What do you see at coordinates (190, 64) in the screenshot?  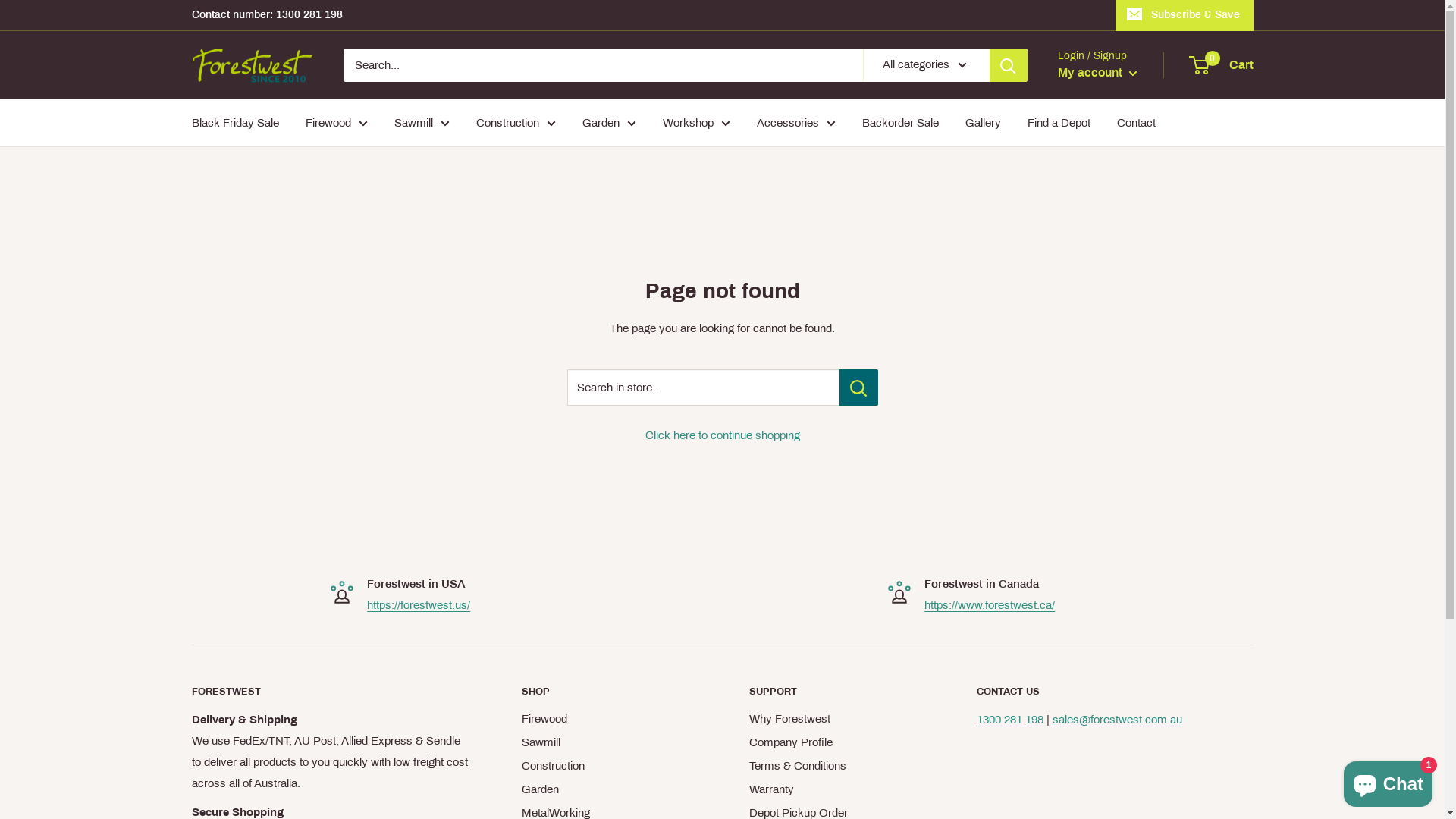 I see `'Forestwest AU'` at bounding box center [190, 64].